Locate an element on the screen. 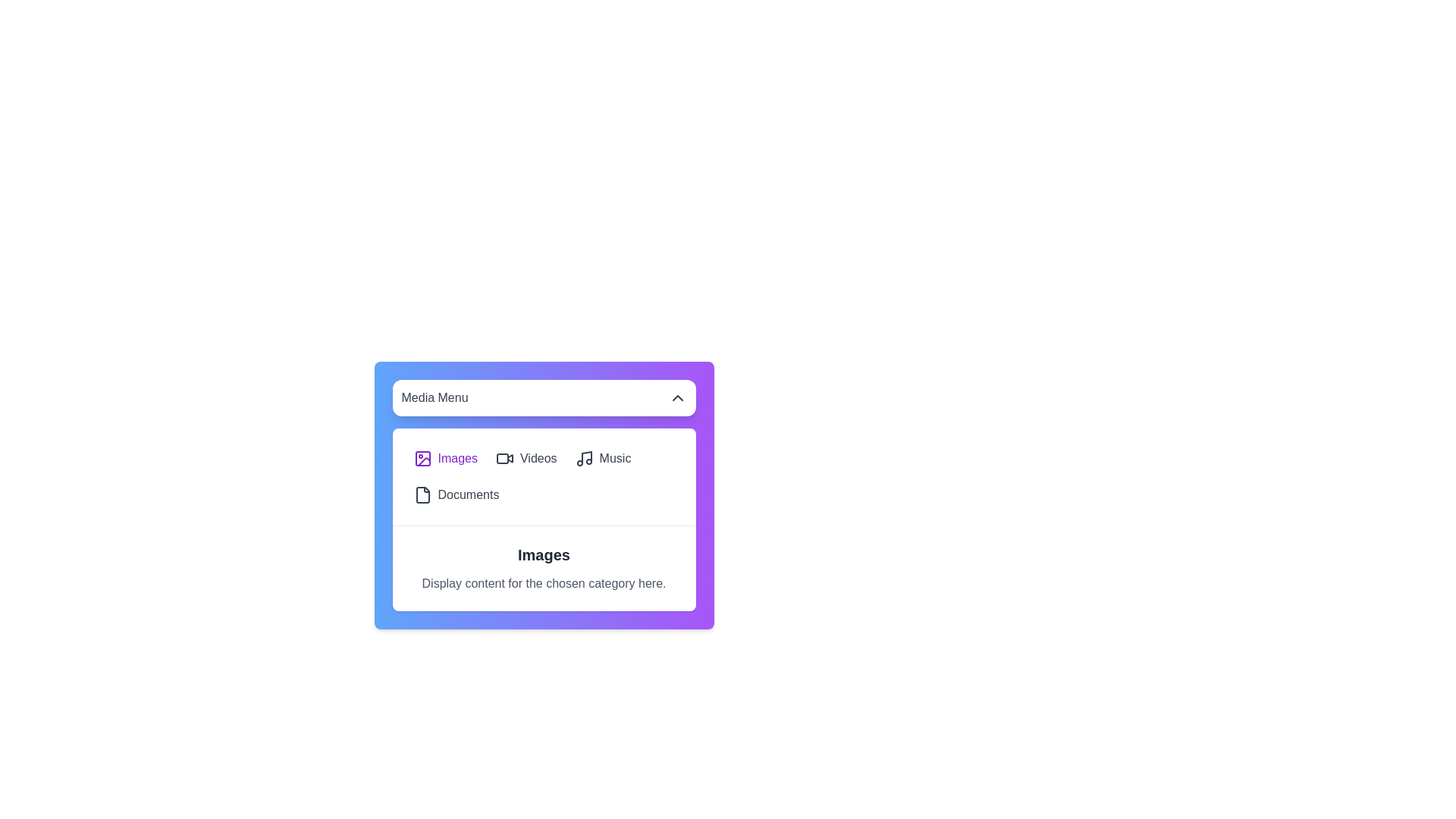 The image size is (1456, 819). to select the 'Images' category from the first option in the Media Menu located below the header is located at coordinates (444, 458).